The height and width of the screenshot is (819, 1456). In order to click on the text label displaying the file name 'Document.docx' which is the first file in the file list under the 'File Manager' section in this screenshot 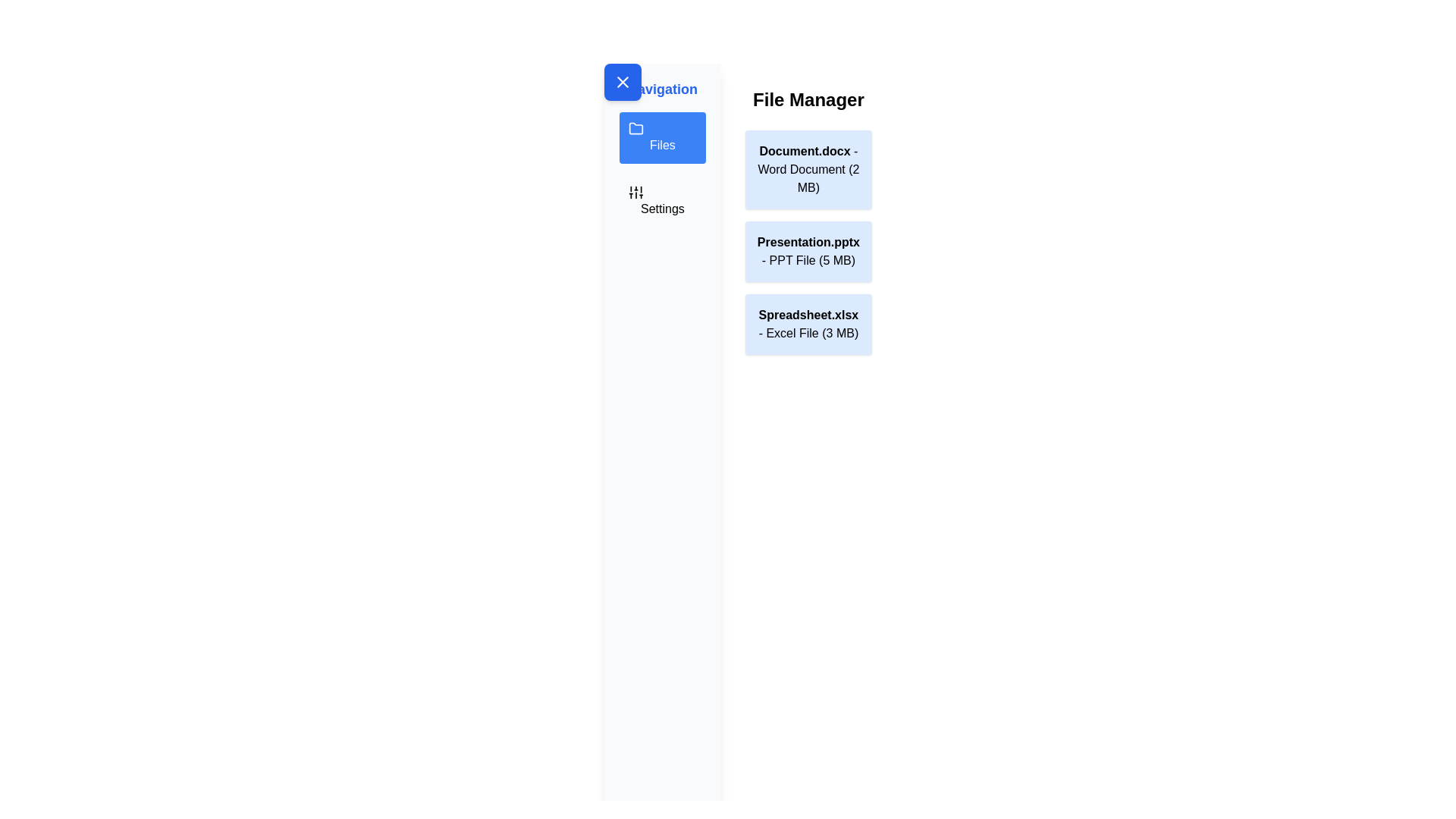, I will do `click(804, 151)`.